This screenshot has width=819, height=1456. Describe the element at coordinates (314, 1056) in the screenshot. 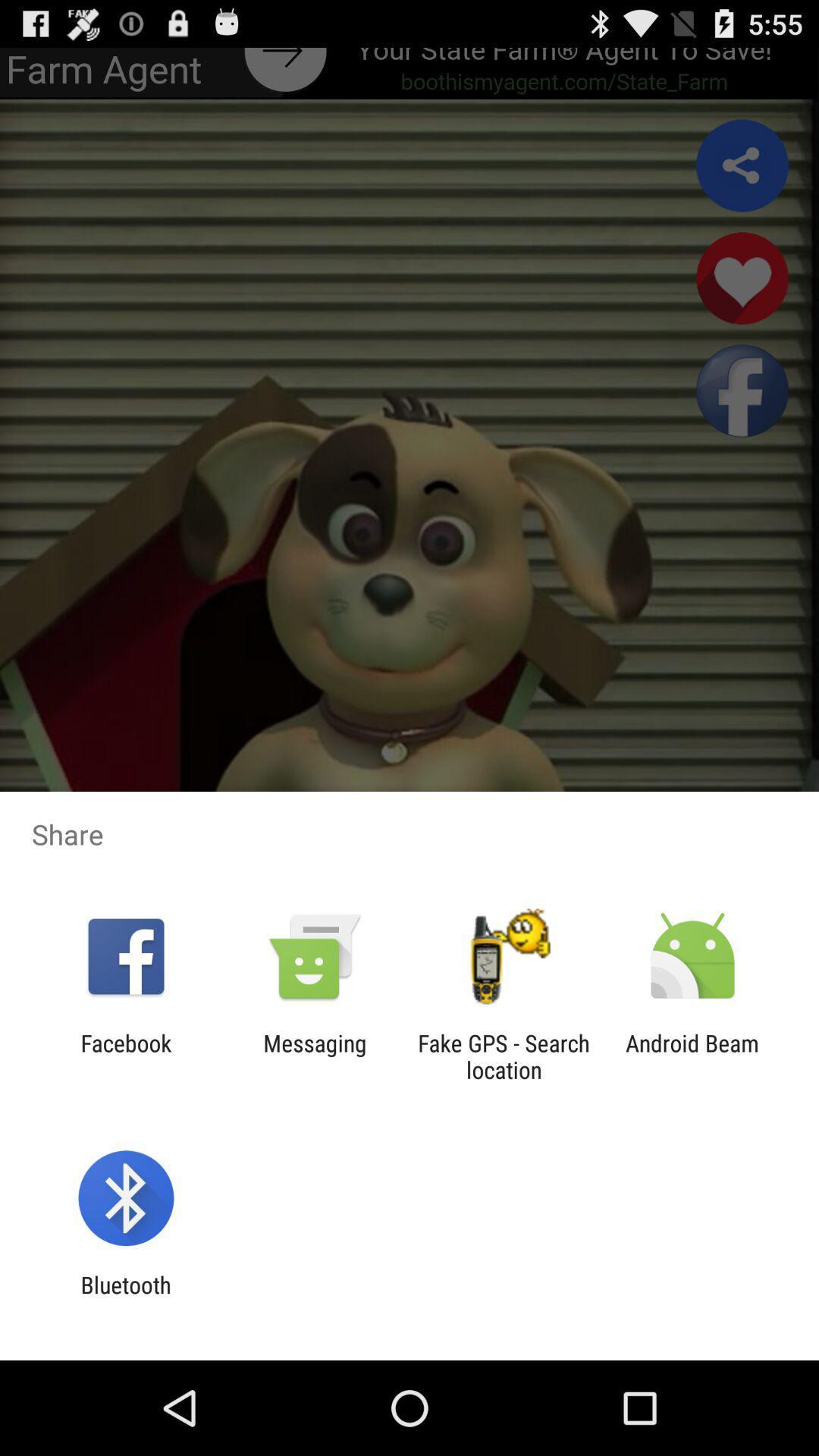

I see `the app next to the facebook item` at that location.